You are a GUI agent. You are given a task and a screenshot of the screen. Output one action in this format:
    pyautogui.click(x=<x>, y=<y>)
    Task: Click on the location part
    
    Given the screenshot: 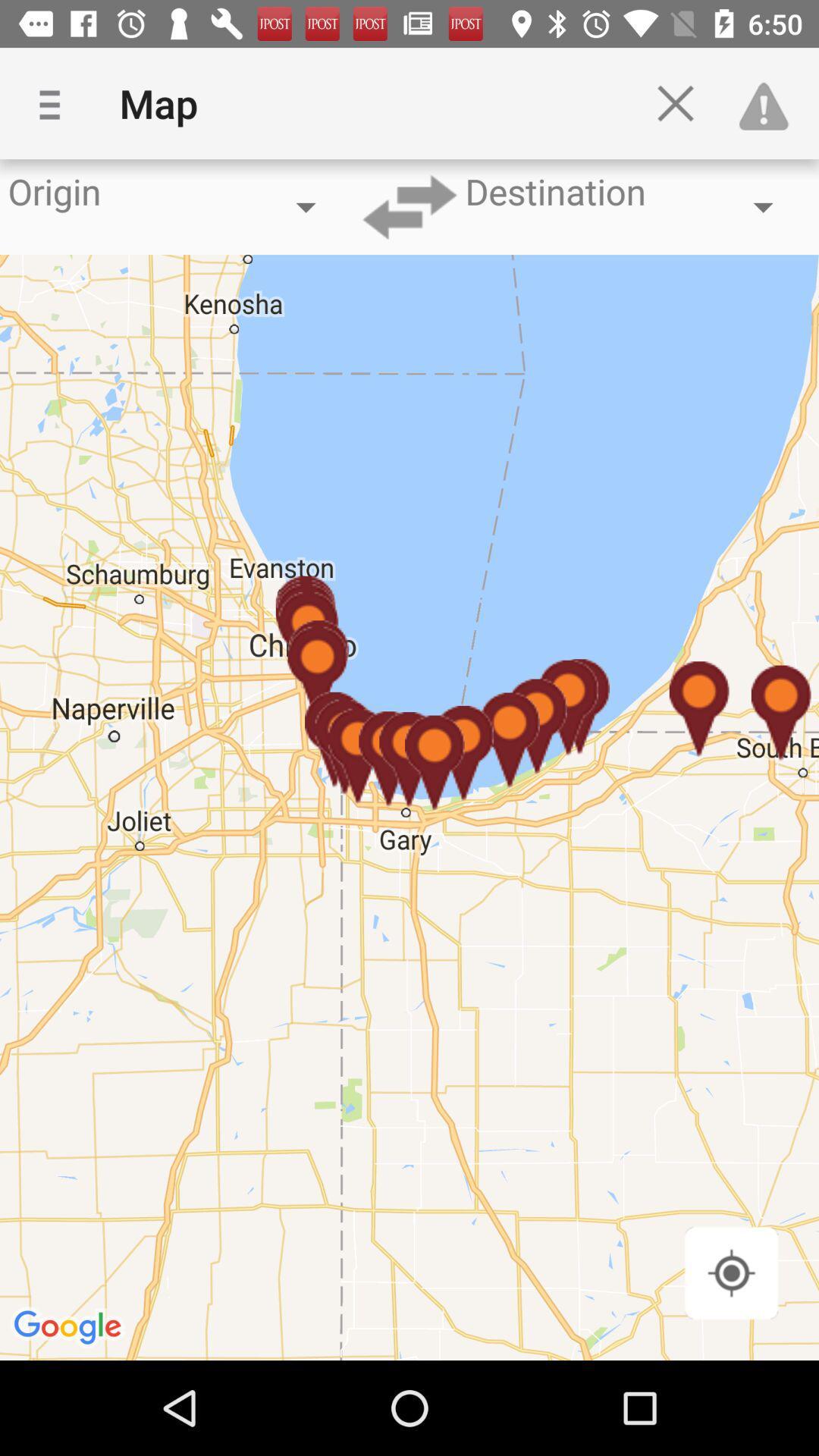 What is the action you would take?
    pyautogui.click(x=730, y=1272)
    